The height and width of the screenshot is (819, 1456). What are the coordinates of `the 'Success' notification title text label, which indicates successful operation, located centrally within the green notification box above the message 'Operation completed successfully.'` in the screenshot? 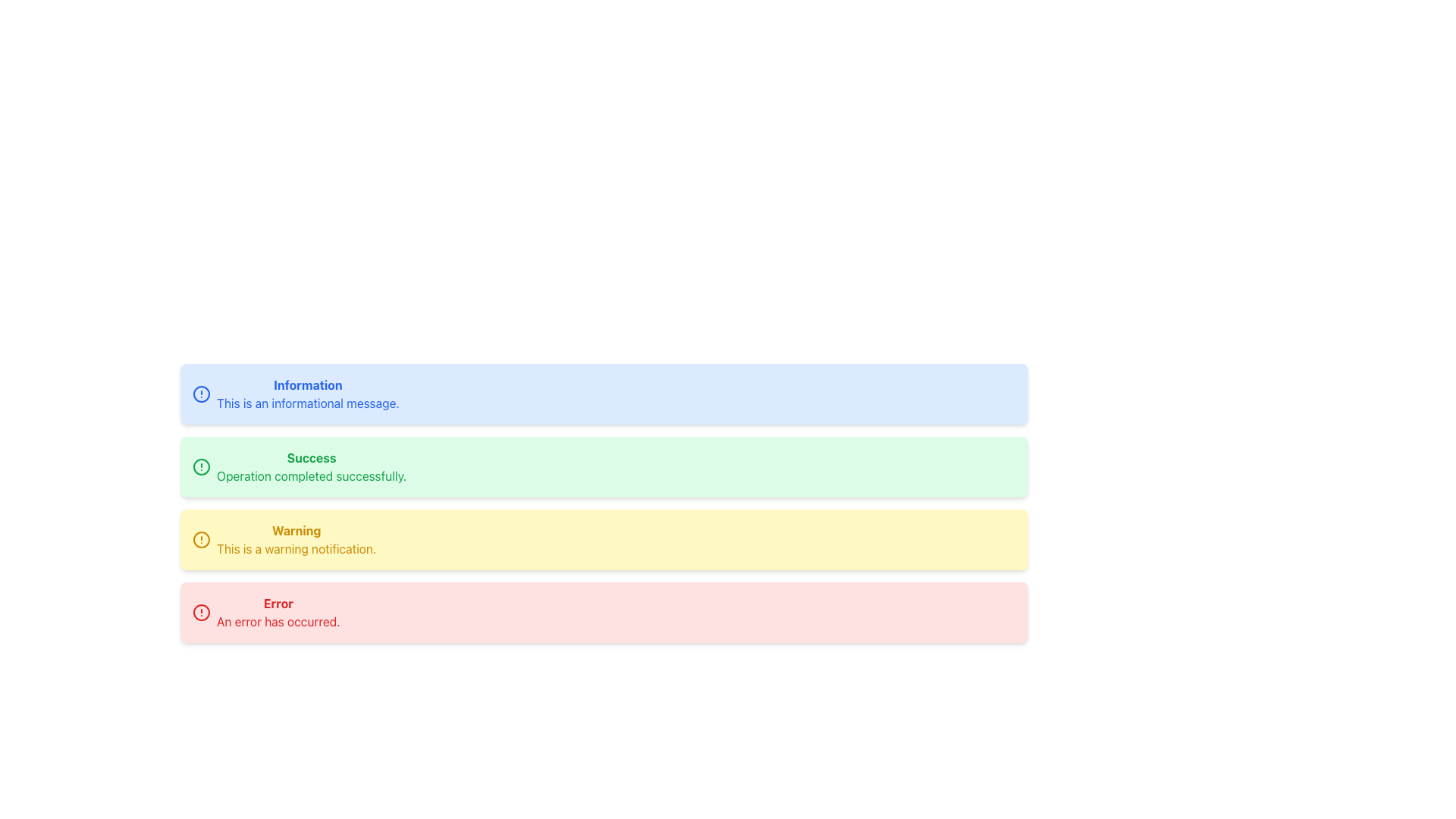 It's located at (311, 457).